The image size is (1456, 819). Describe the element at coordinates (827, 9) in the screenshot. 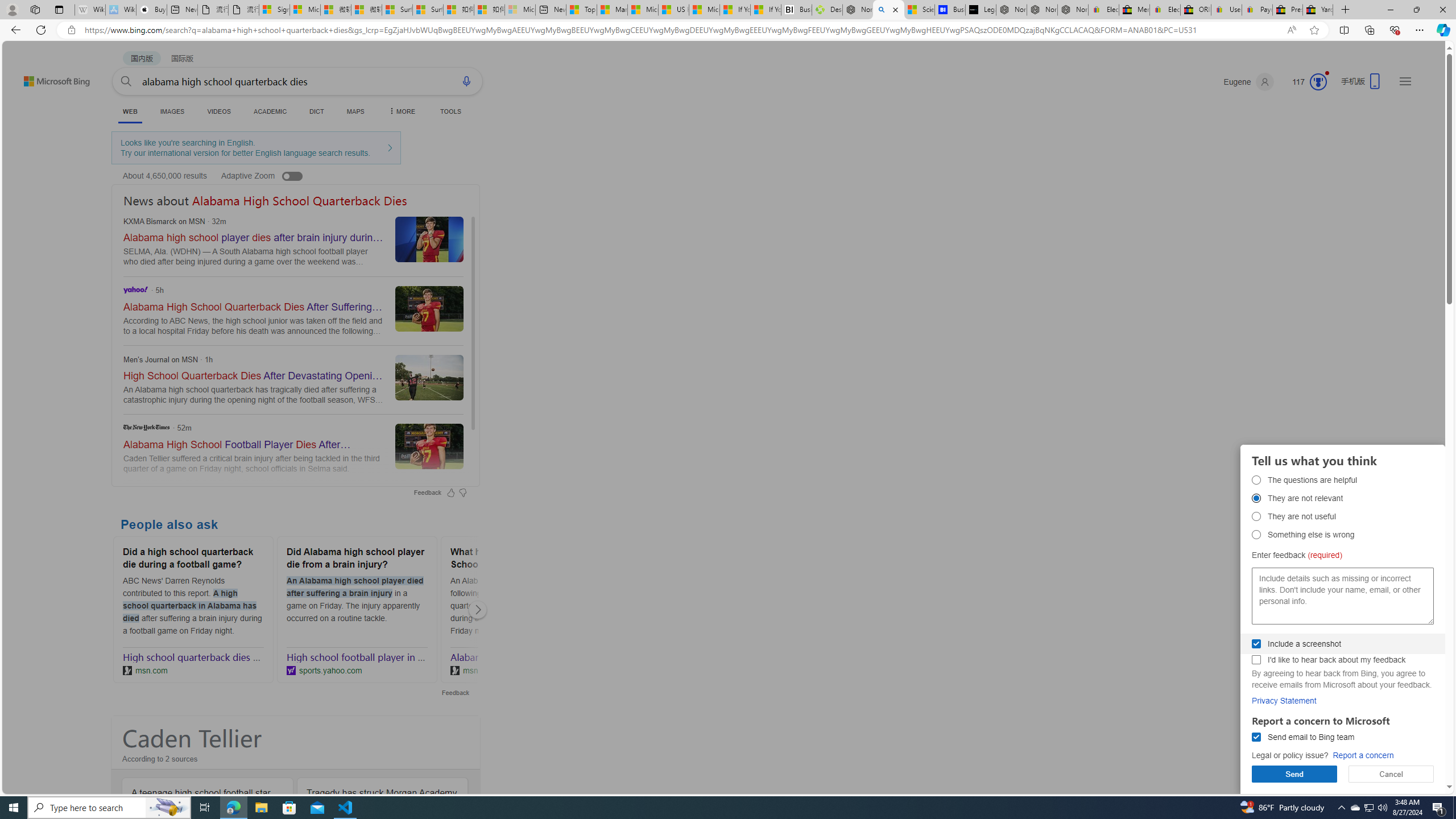

I see `'Descarga Driver Updater'` at that location.